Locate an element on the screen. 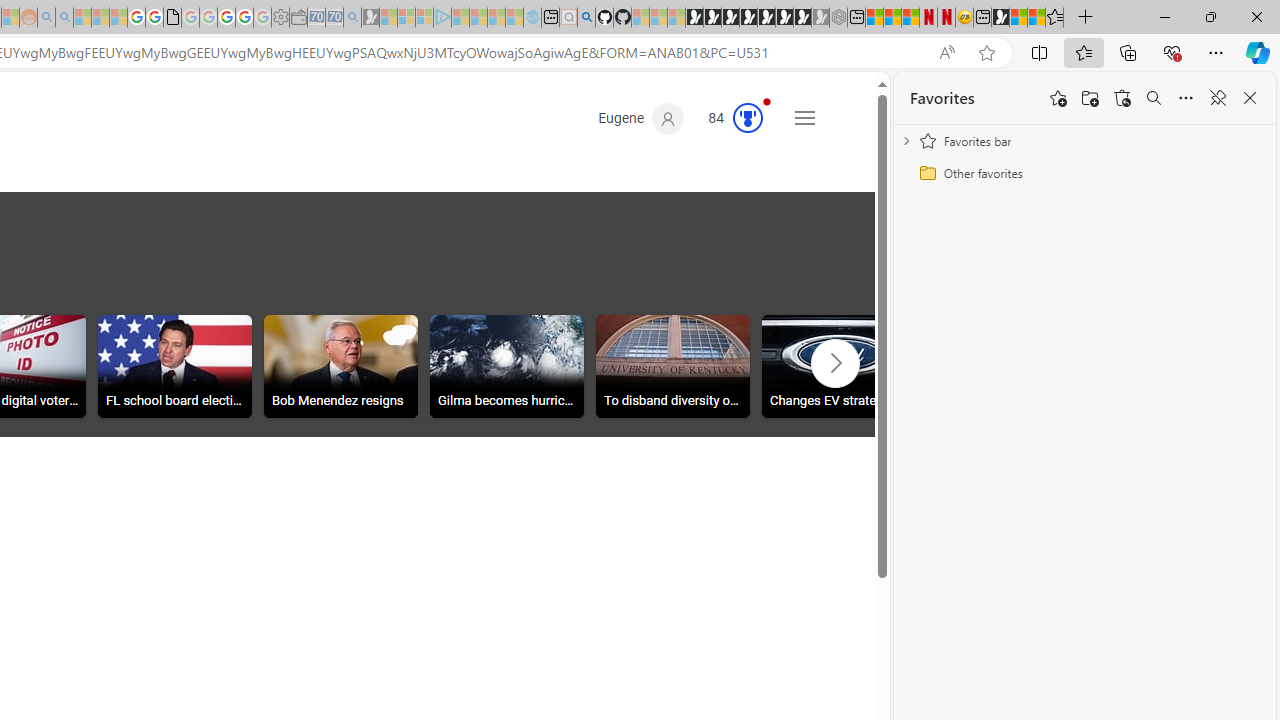  'To disband diversity office' is located at coordinates (673, 366).